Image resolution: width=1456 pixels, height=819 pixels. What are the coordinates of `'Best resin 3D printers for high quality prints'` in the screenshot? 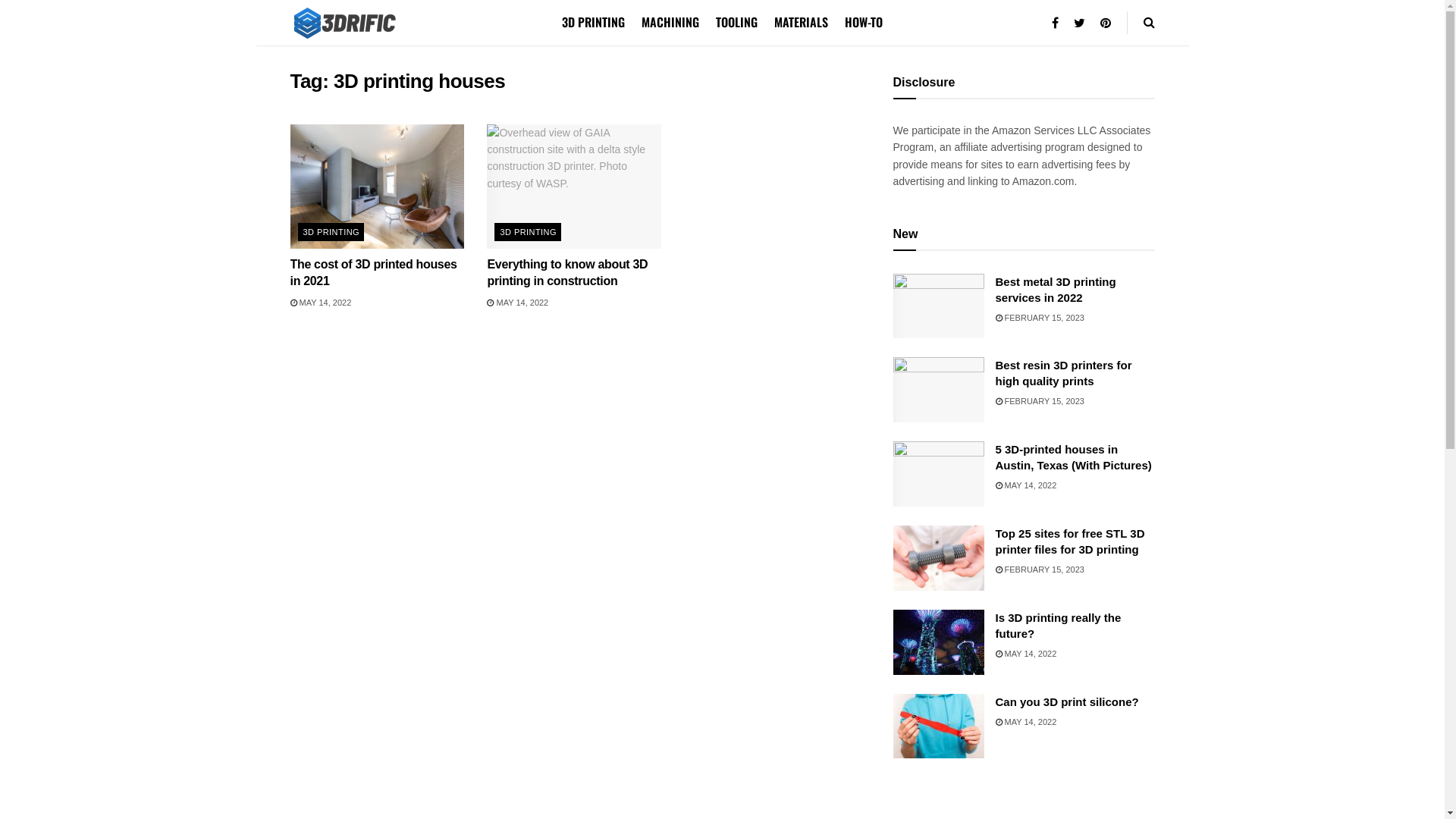 It's located at (1062, 373).